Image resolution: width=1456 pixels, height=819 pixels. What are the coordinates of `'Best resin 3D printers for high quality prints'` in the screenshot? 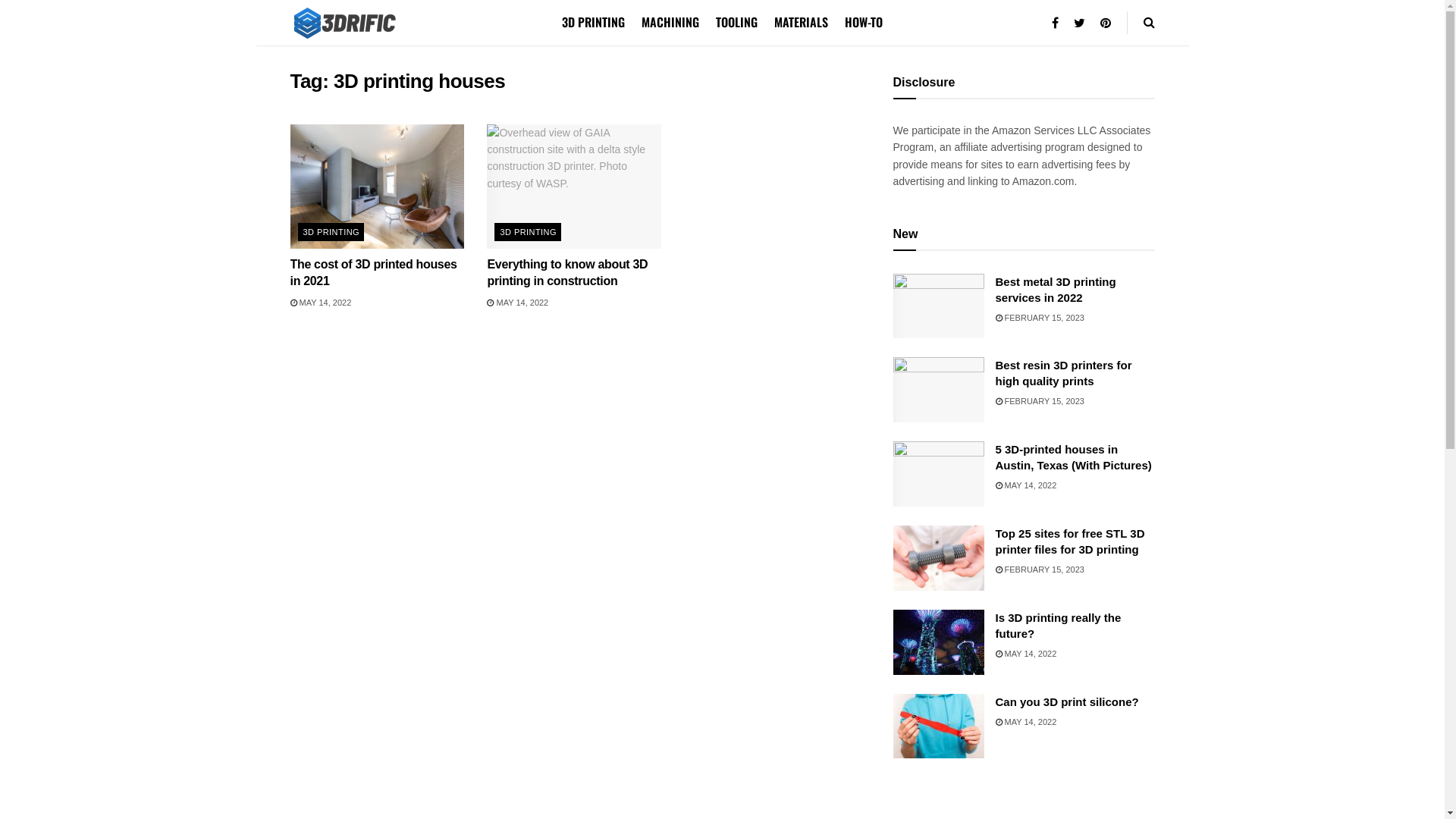 It's located at (1062, 373).